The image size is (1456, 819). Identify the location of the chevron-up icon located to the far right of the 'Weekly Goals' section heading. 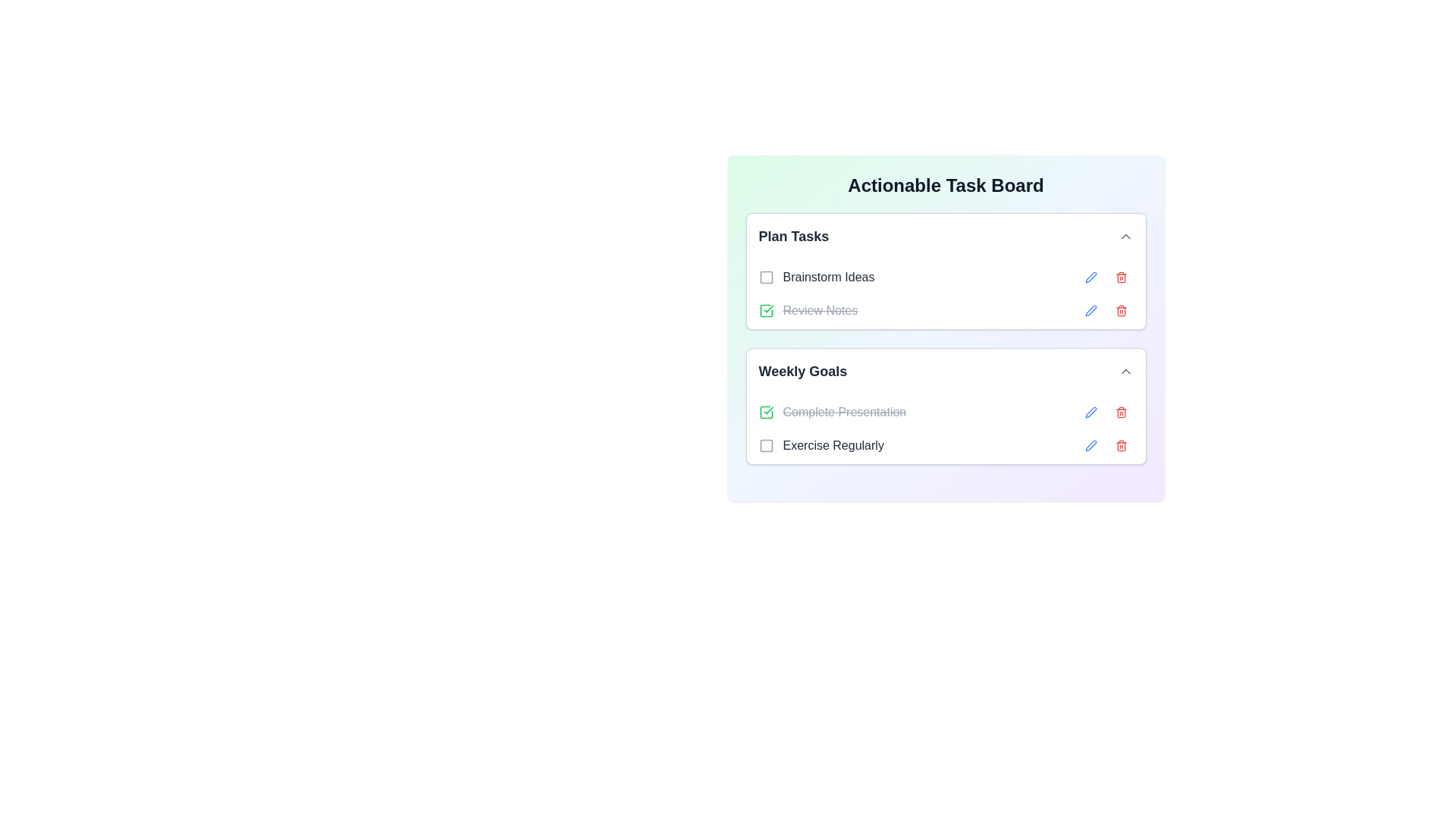
(1125, 371).